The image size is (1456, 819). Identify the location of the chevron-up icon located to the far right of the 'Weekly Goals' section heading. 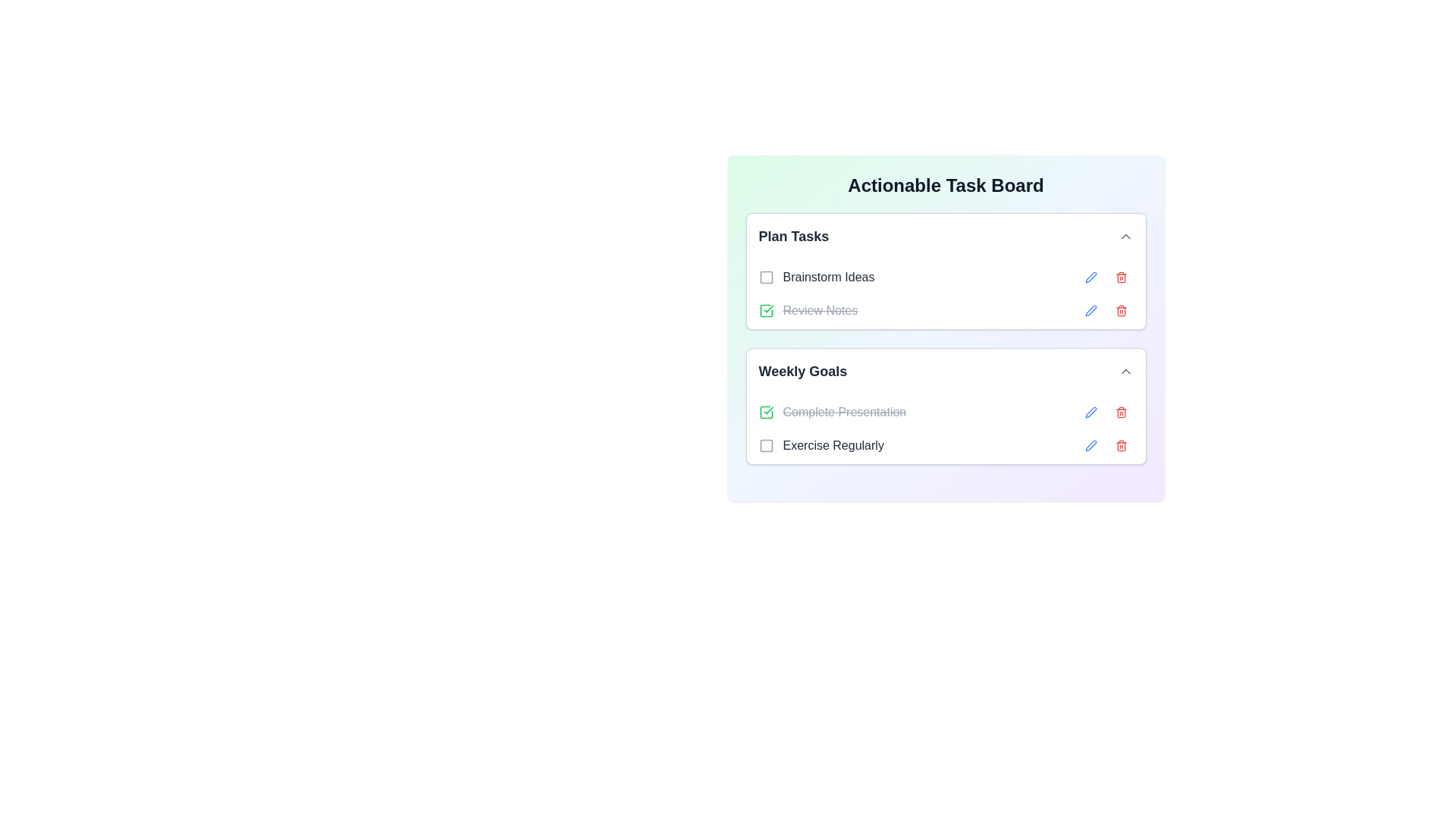
(1125, 371).